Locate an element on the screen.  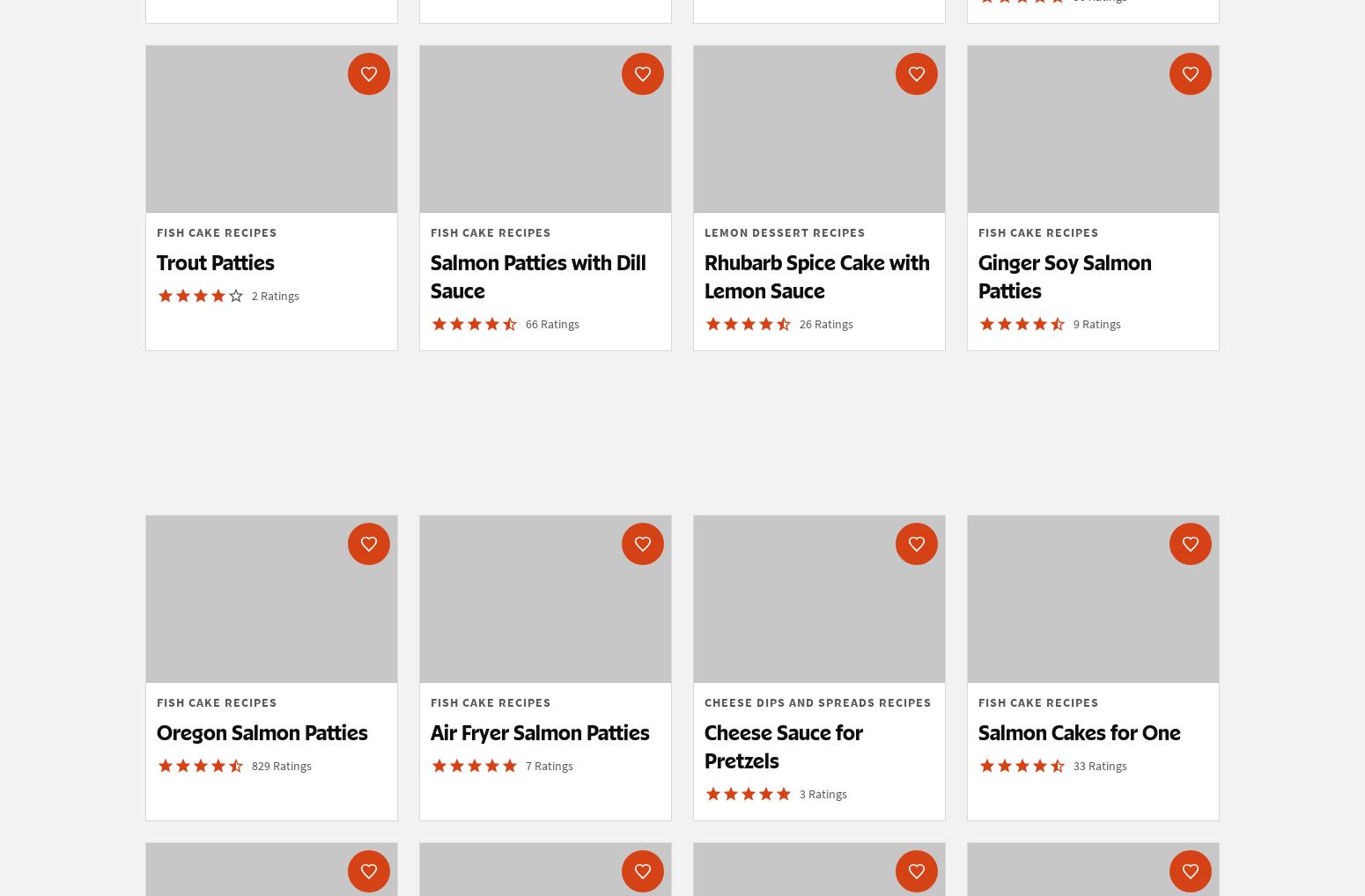
'Oregon Salmon Patties' is located at coordinates (262, 730).